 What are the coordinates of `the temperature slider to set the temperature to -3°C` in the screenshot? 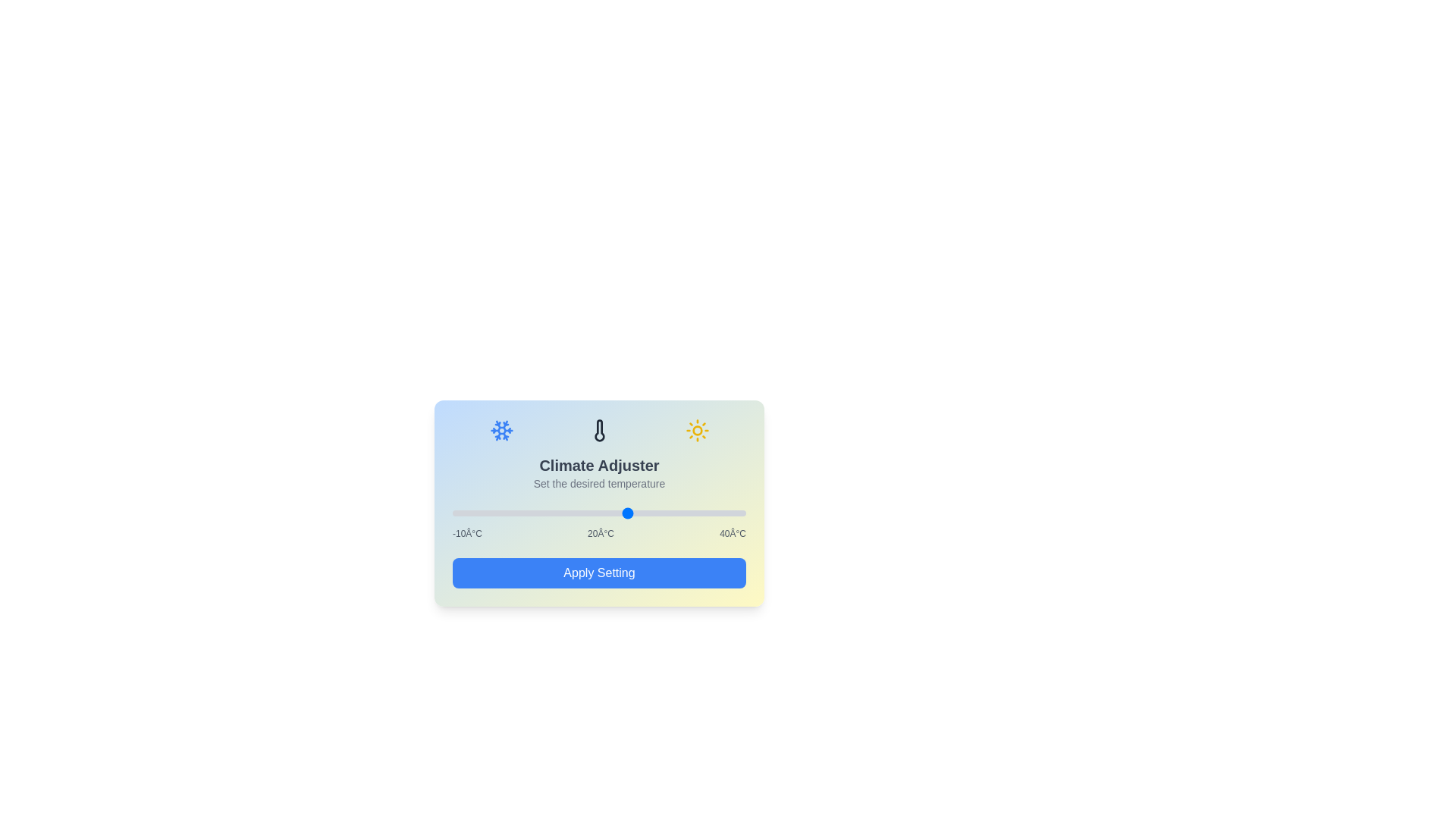 It's located at (494, 513).